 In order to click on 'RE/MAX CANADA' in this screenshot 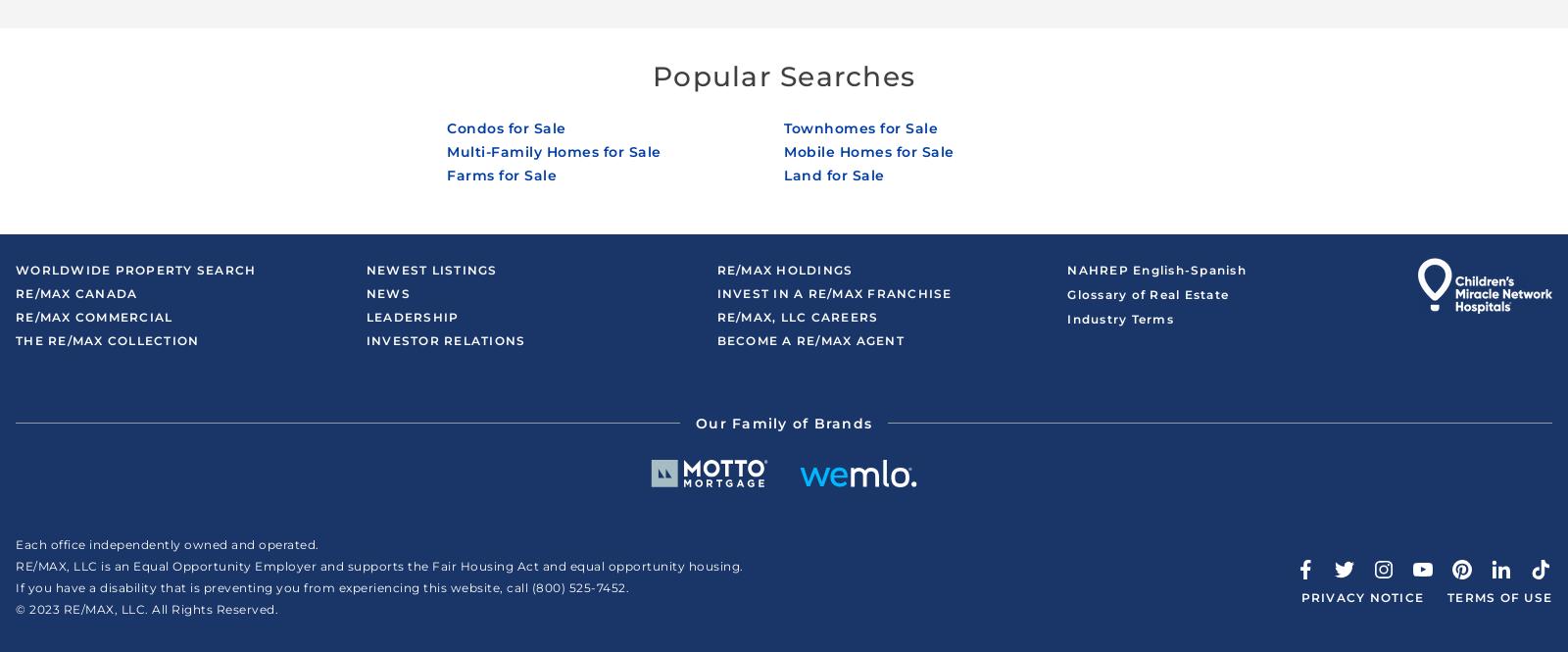, I will do `click(74, 293)`.